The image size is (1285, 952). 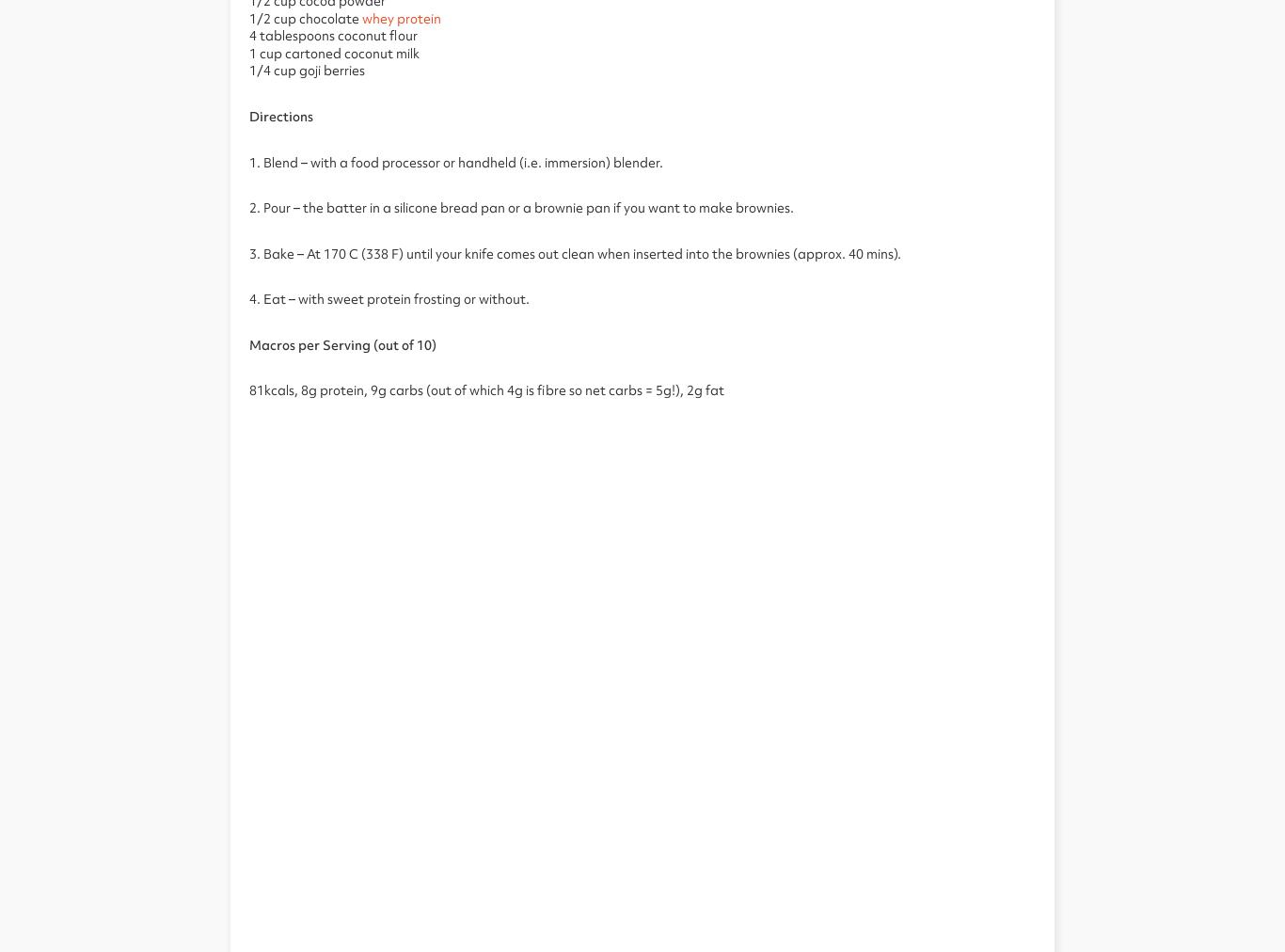 What do you see at coordinates (56, 132) in the screenshot?
I see `'Protein Snacks'` at bounding box center [56, 132].